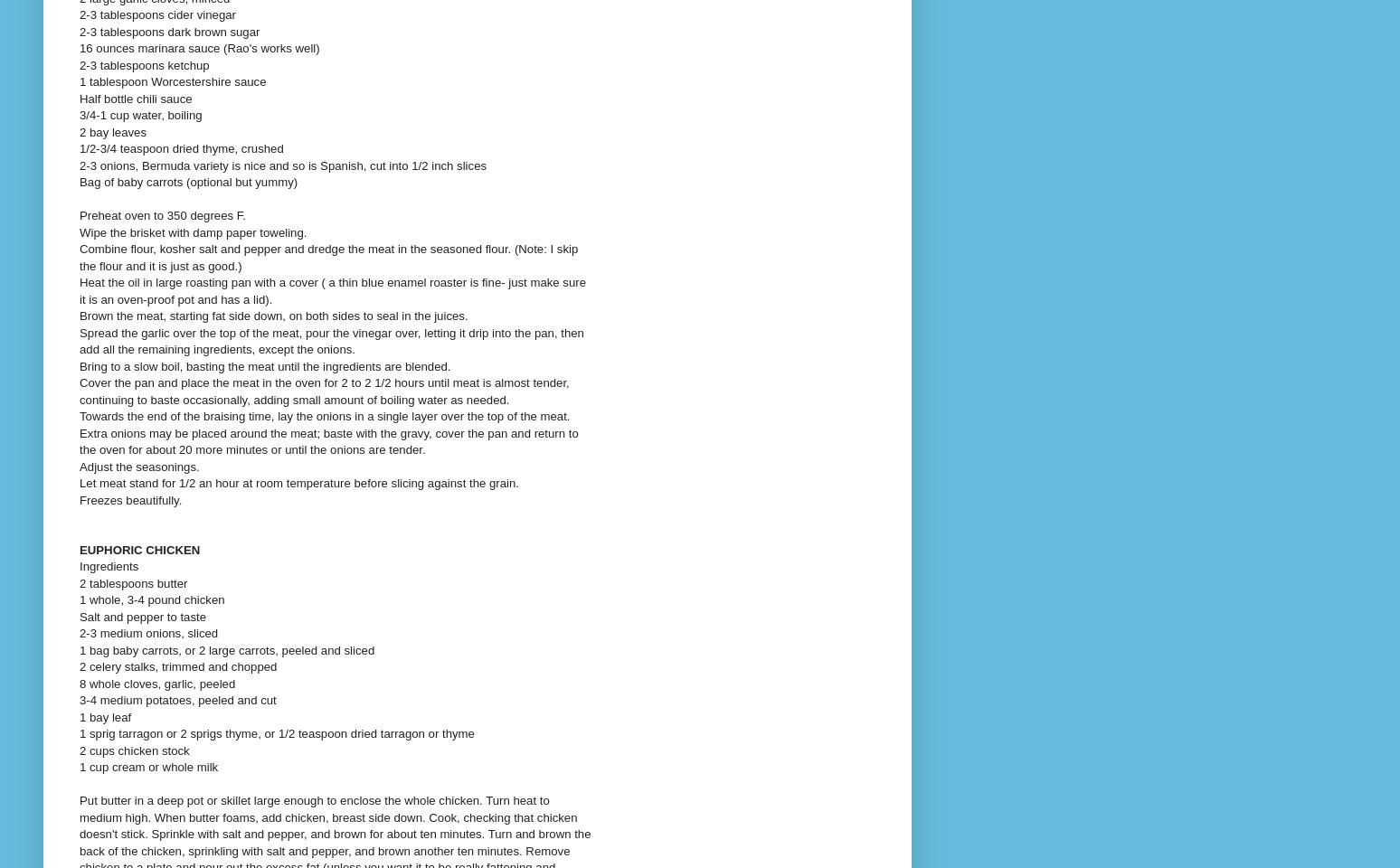  Describe the element at coordinates (176, 699) in the screenshot. I see `'3-4 medium potatoes, peeled and cut'` at that location.